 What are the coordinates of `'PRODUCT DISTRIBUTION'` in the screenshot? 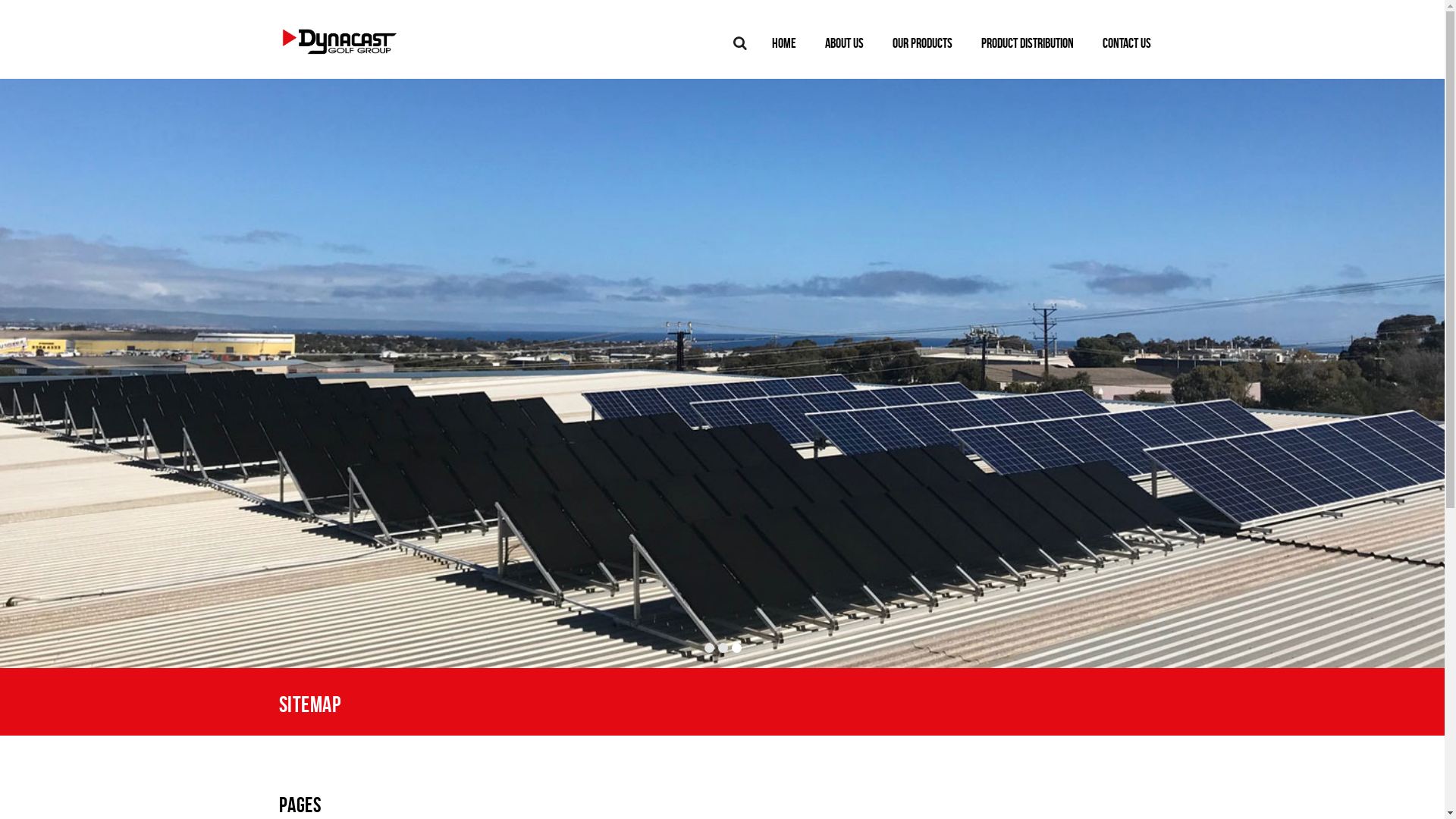 It's located at (1027, 42).